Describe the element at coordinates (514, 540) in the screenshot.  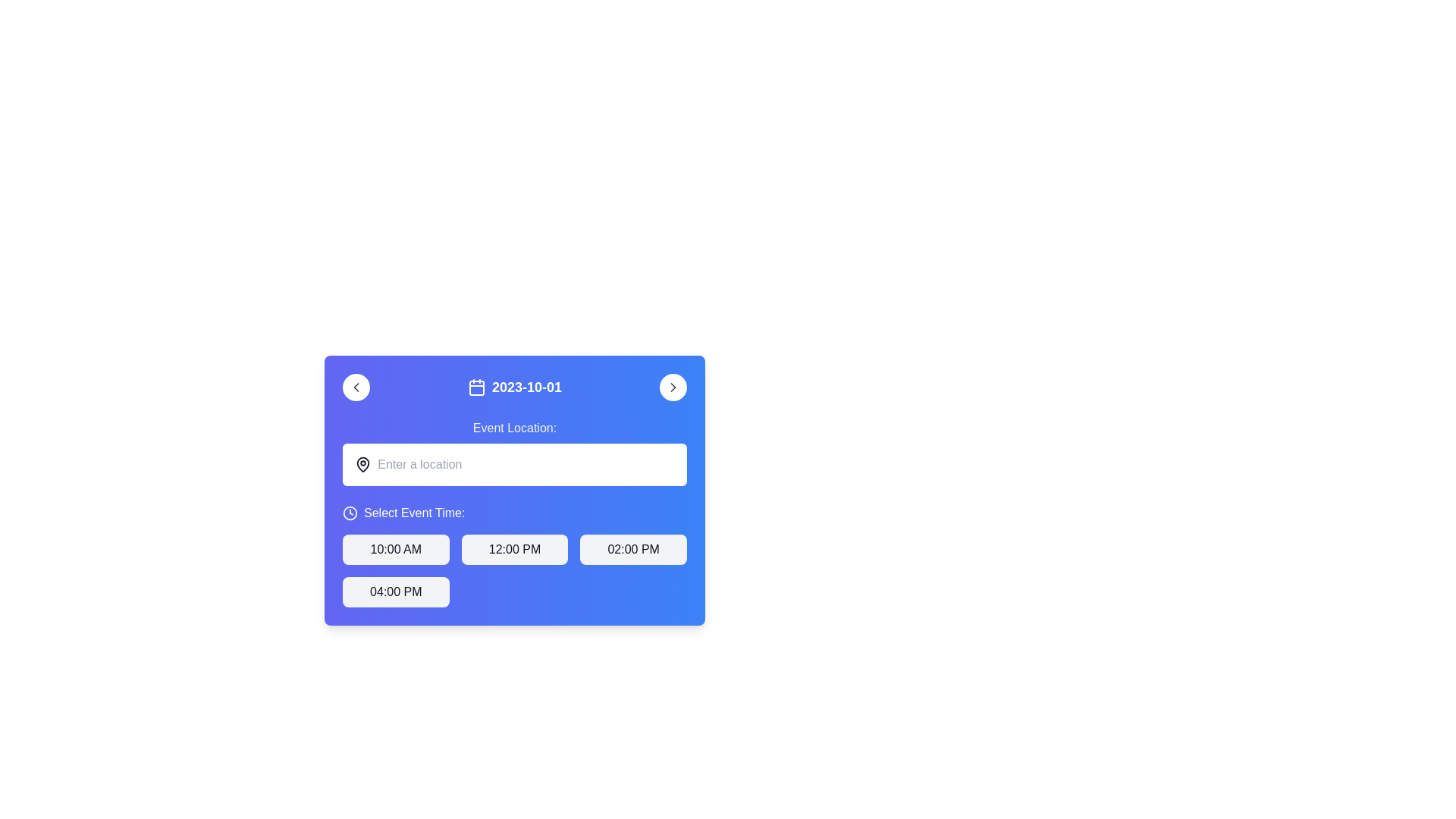
I see `the second button in the horizontal row of time options` at that location.